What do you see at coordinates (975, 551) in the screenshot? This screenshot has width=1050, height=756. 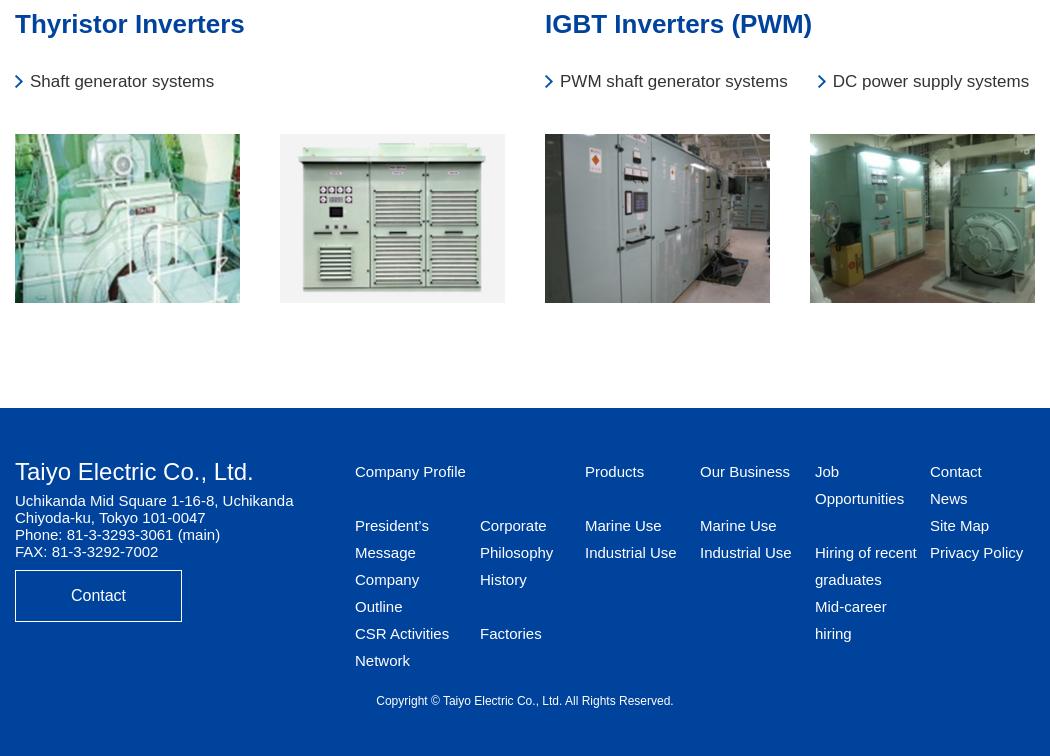 I see `'Privacy Policy'` at bounding box center [975, 551].